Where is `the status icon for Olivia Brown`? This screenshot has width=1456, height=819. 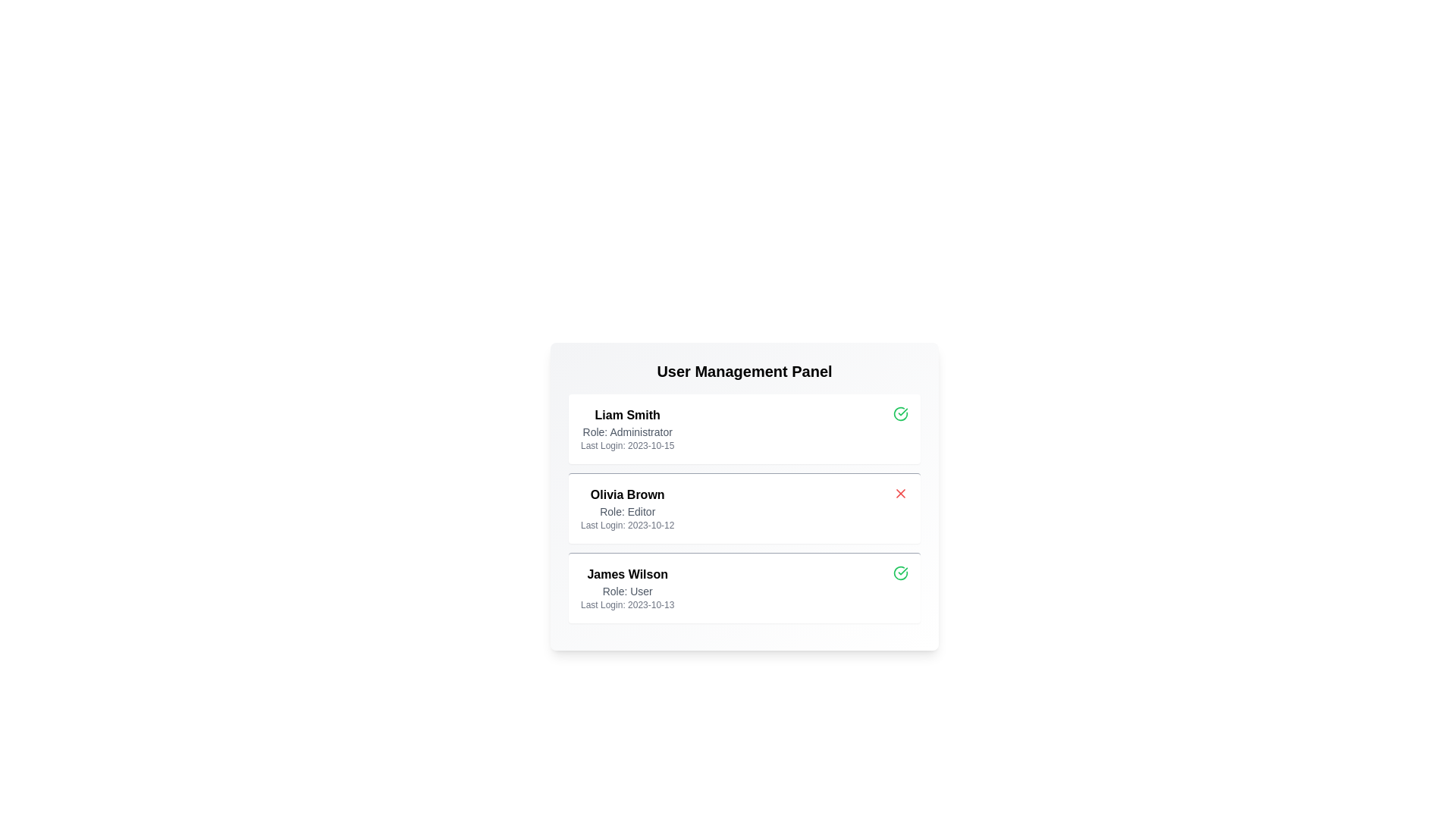
the status icon for Olivia Brown is located at coordinates (901, 494).